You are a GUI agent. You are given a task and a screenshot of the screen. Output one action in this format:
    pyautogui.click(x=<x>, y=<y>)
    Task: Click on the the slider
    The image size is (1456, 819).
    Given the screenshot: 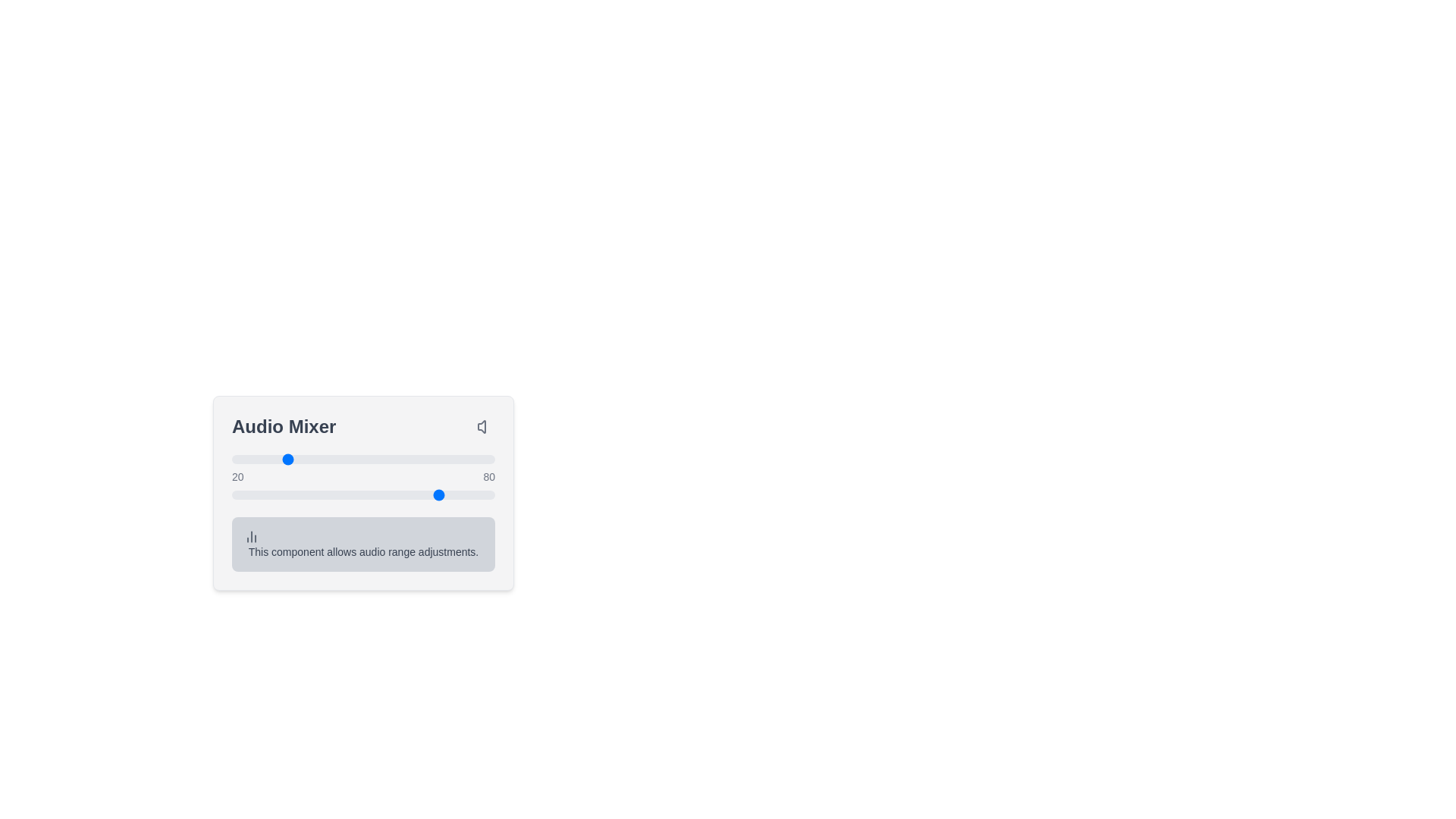 What is the action you would take?
    pyautogui.click(x=460, y=458)
    